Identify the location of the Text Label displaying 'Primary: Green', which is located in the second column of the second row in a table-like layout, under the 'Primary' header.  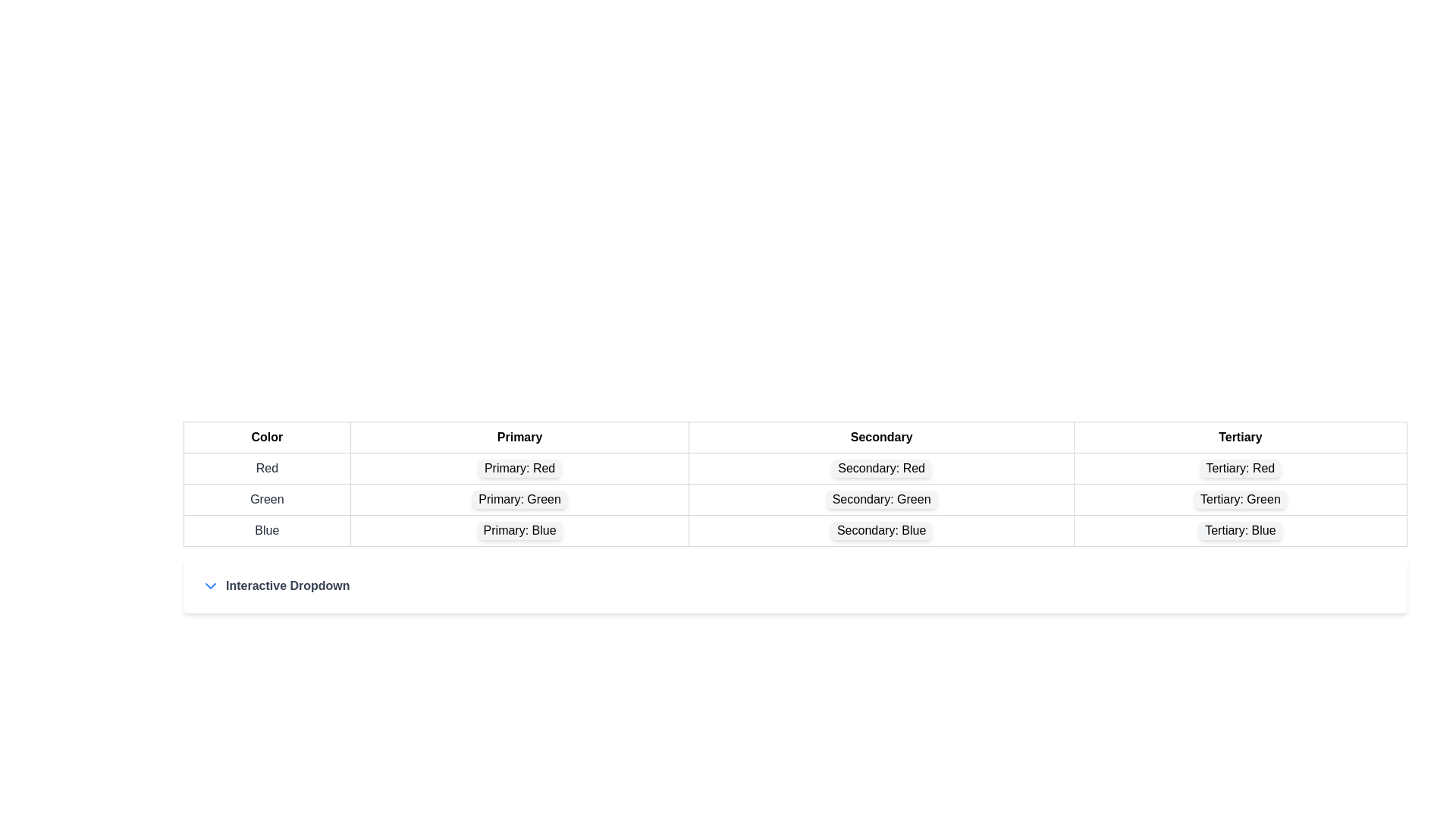
(519, 500).